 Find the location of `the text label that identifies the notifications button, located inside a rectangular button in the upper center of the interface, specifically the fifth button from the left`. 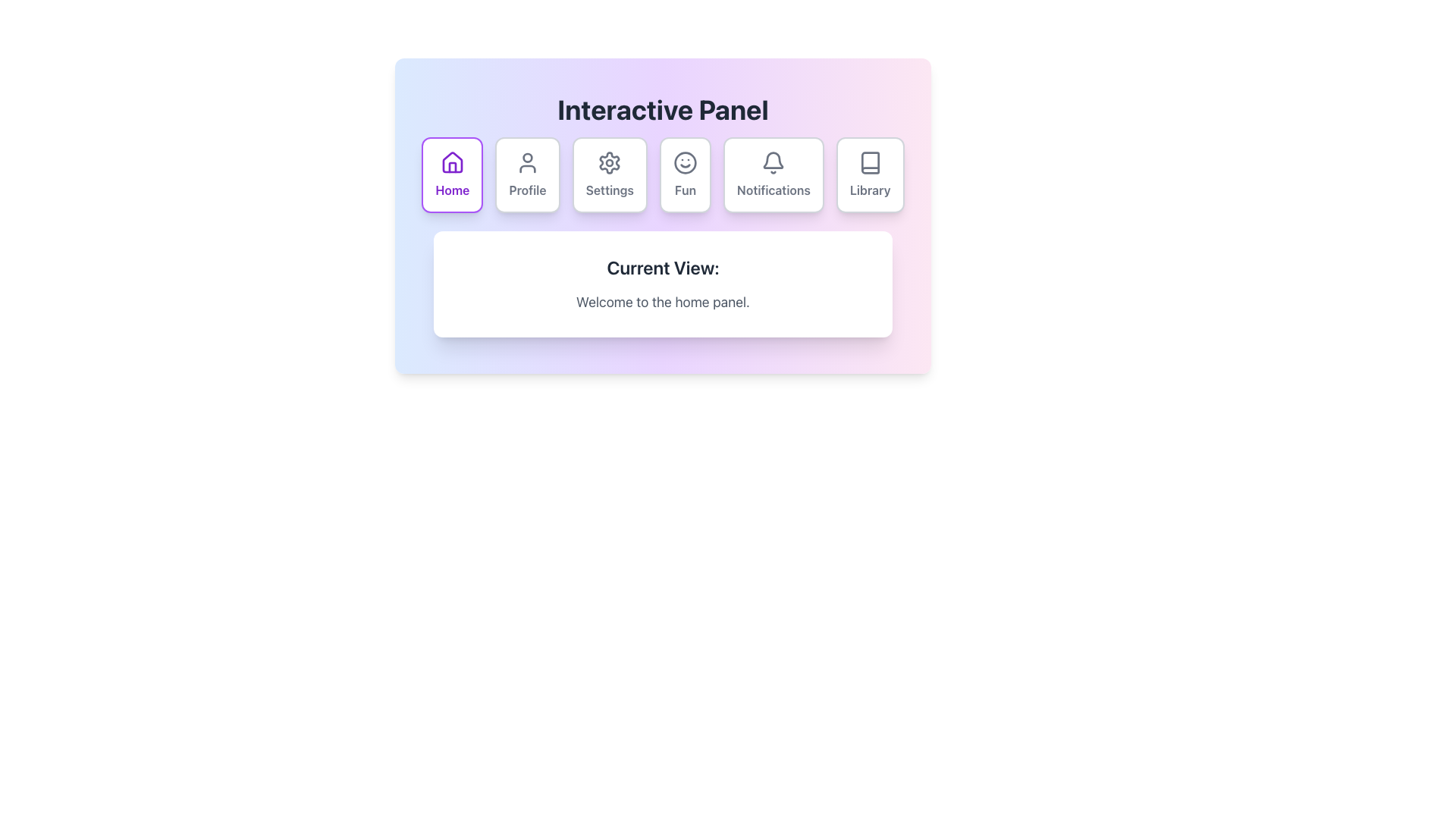

the text label that identifies the notifications button, located inside a rectangular button in the upper center of the interface, specifically the fifth button from the left is located at coordinates (773, 189).